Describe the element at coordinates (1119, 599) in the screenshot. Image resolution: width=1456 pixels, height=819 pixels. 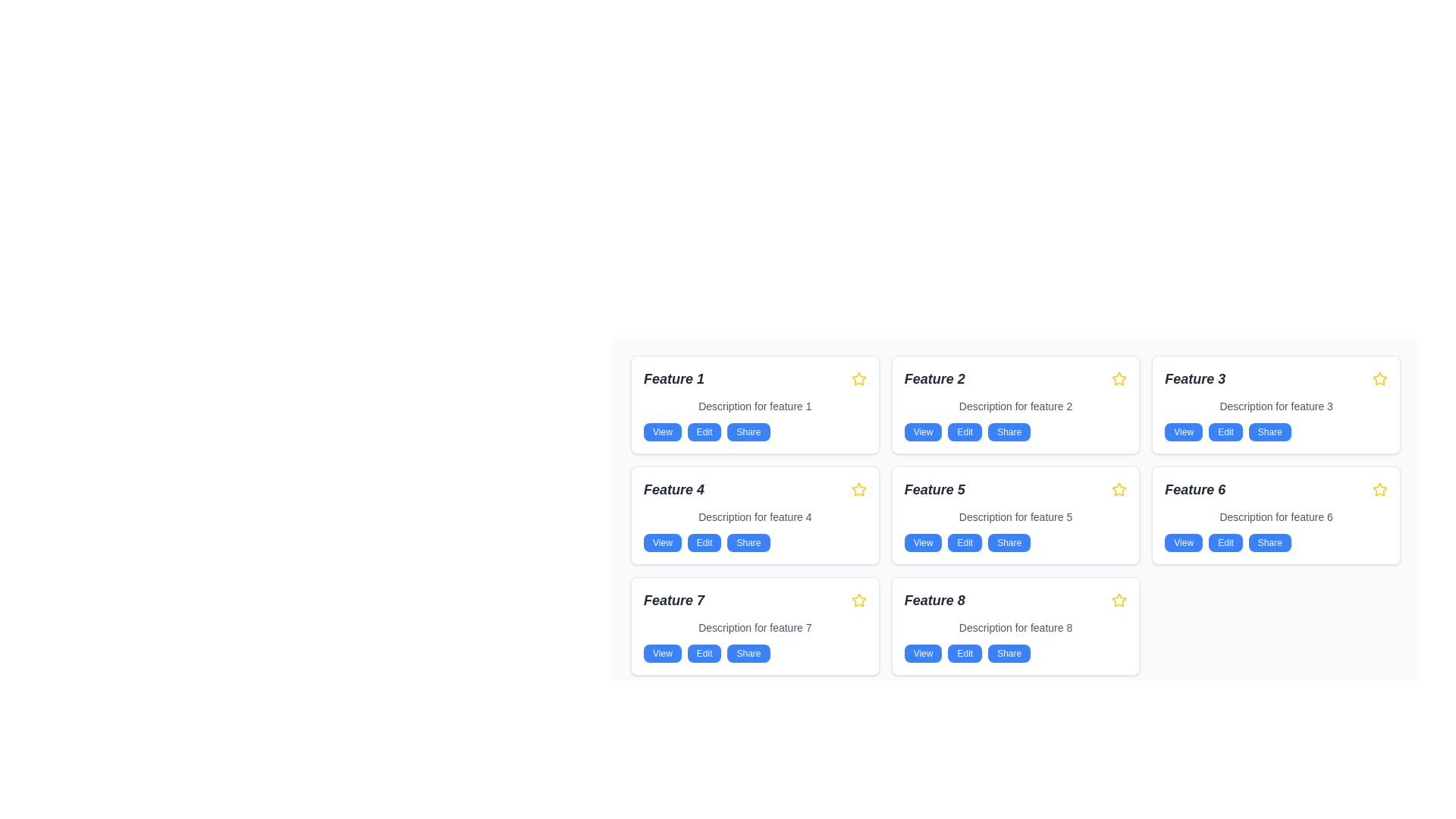
I see `the star icon in the top-right corner of the 'Feature 8' card` at that location.